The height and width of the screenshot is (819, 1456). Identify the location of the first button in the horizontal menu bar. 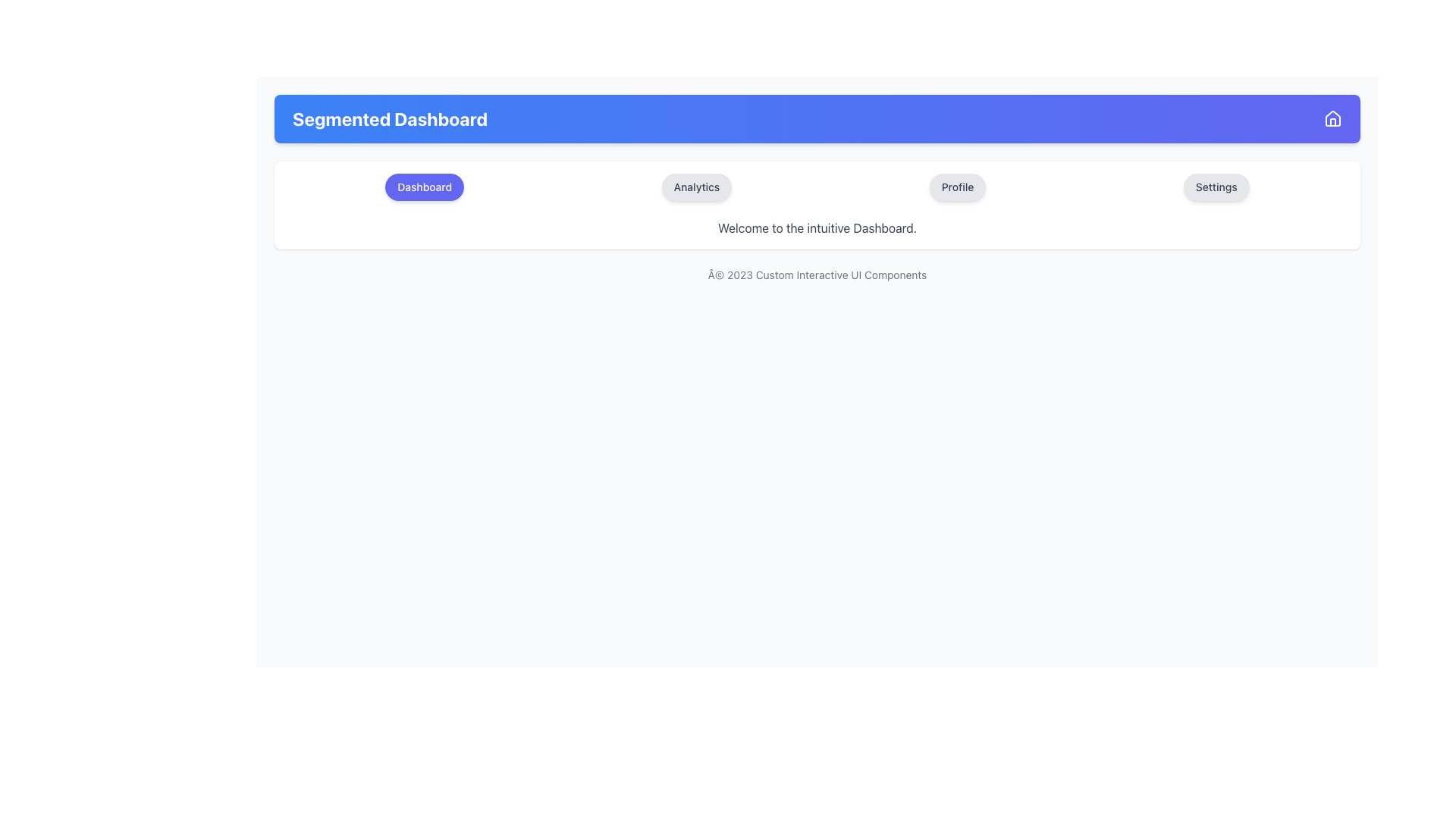
(425, 186).